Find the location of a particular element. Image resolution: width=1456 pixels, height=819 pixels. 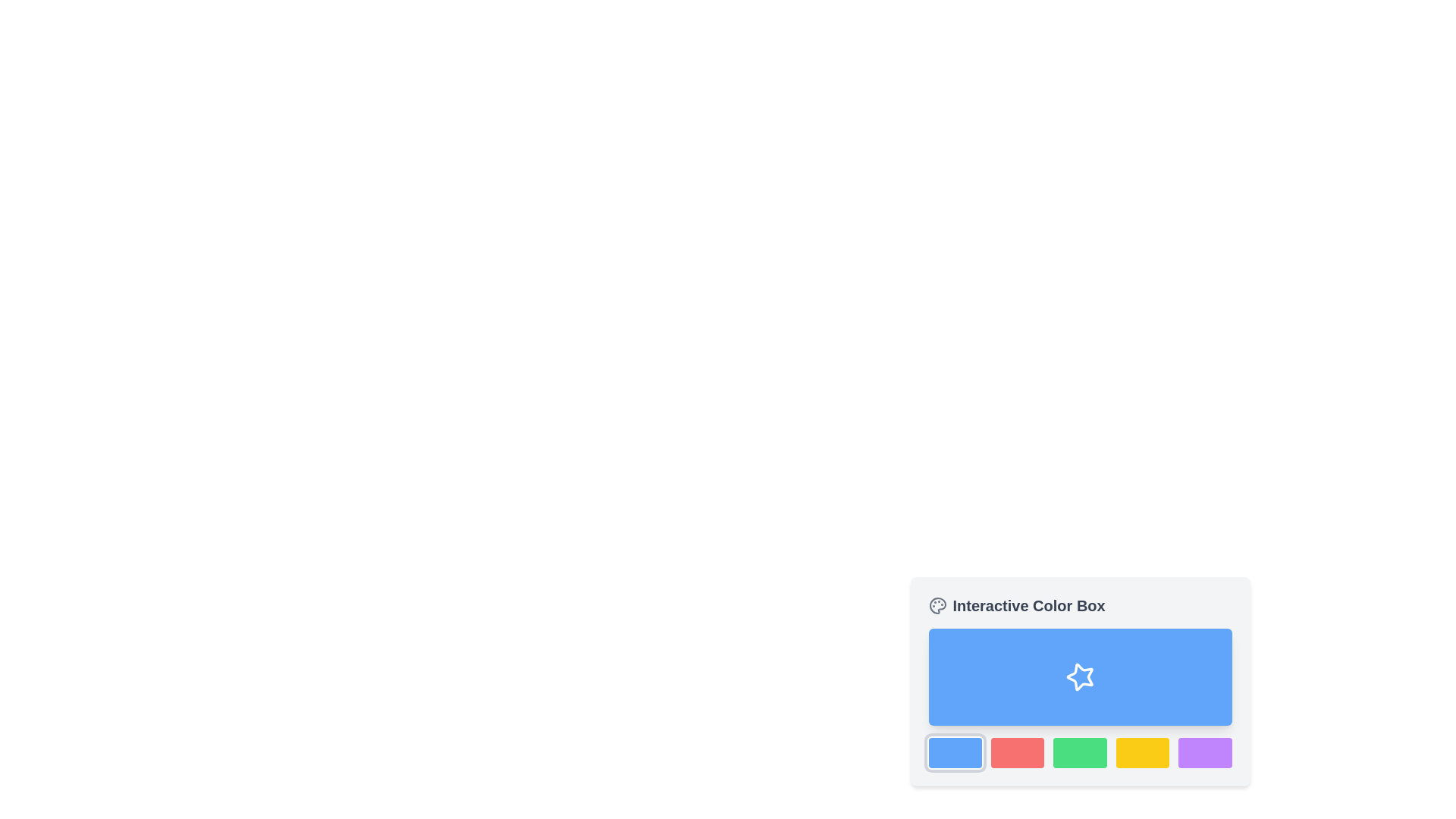

the first button in the horizontal color selection grid positioned below the 'Interactive Color Box' is located at coordinates (953, 752).